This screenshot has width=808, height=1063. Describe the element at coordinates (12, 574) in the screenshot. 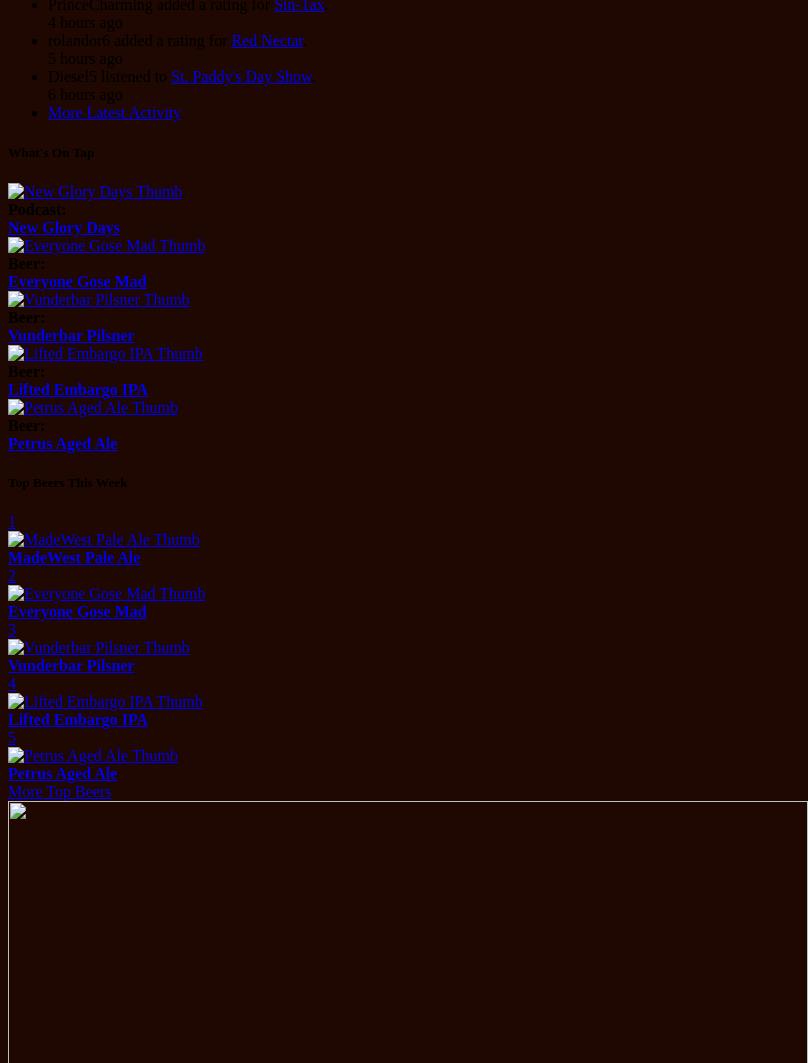

I see `'2'` at that location.